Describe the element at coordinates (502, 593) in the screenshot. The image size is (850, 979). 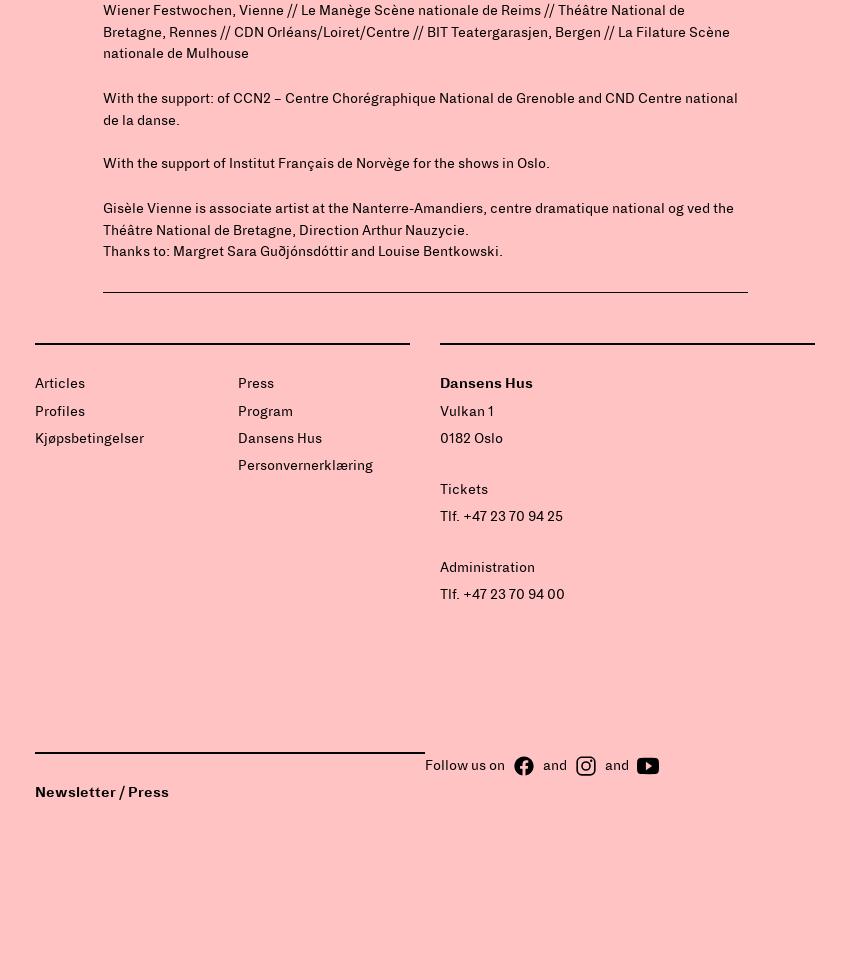
I see `'Tlf. +47 23 70 94 00'` at that location.